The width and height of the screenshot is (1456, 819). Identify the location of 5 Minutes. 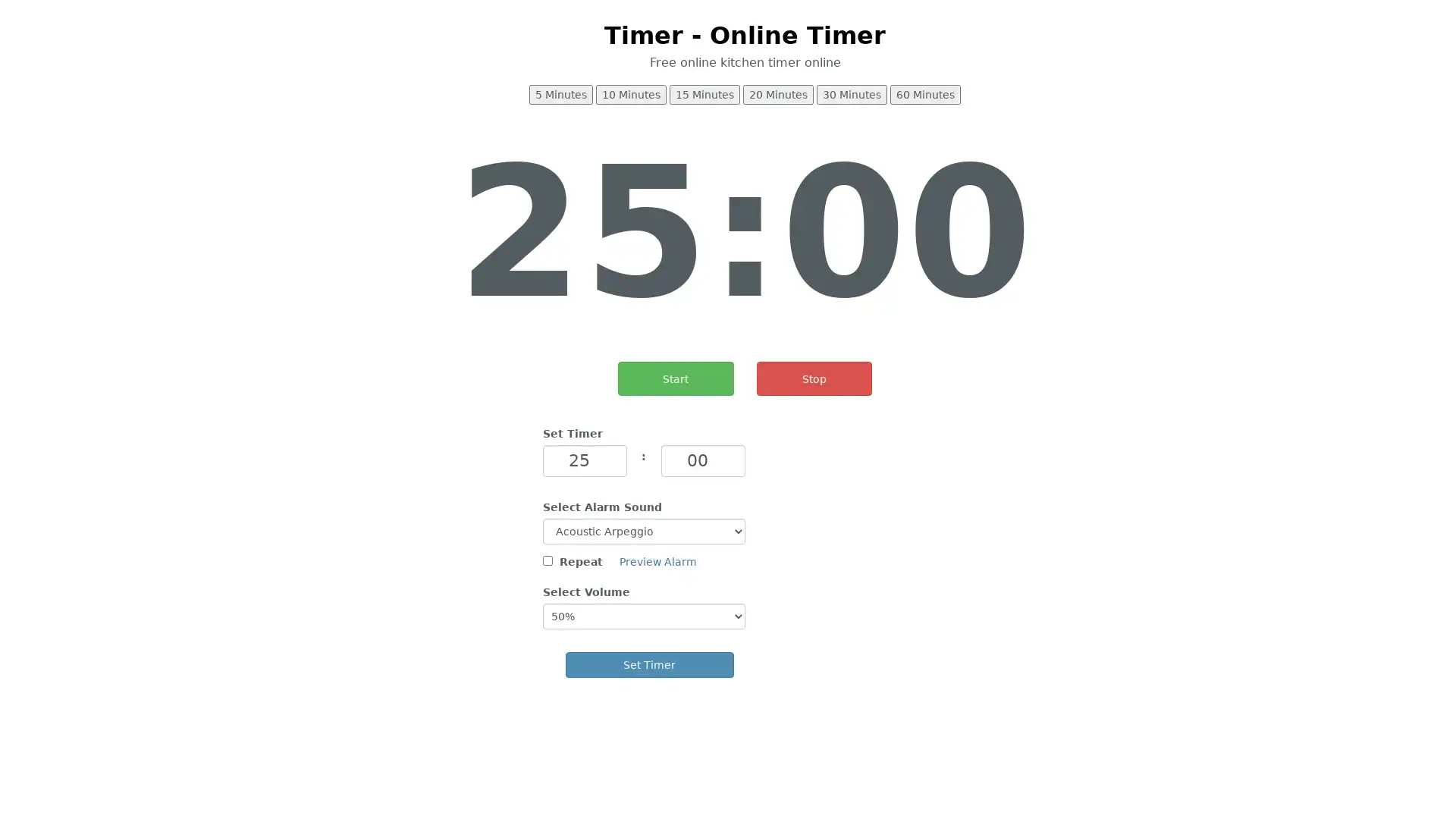
(560, 93).